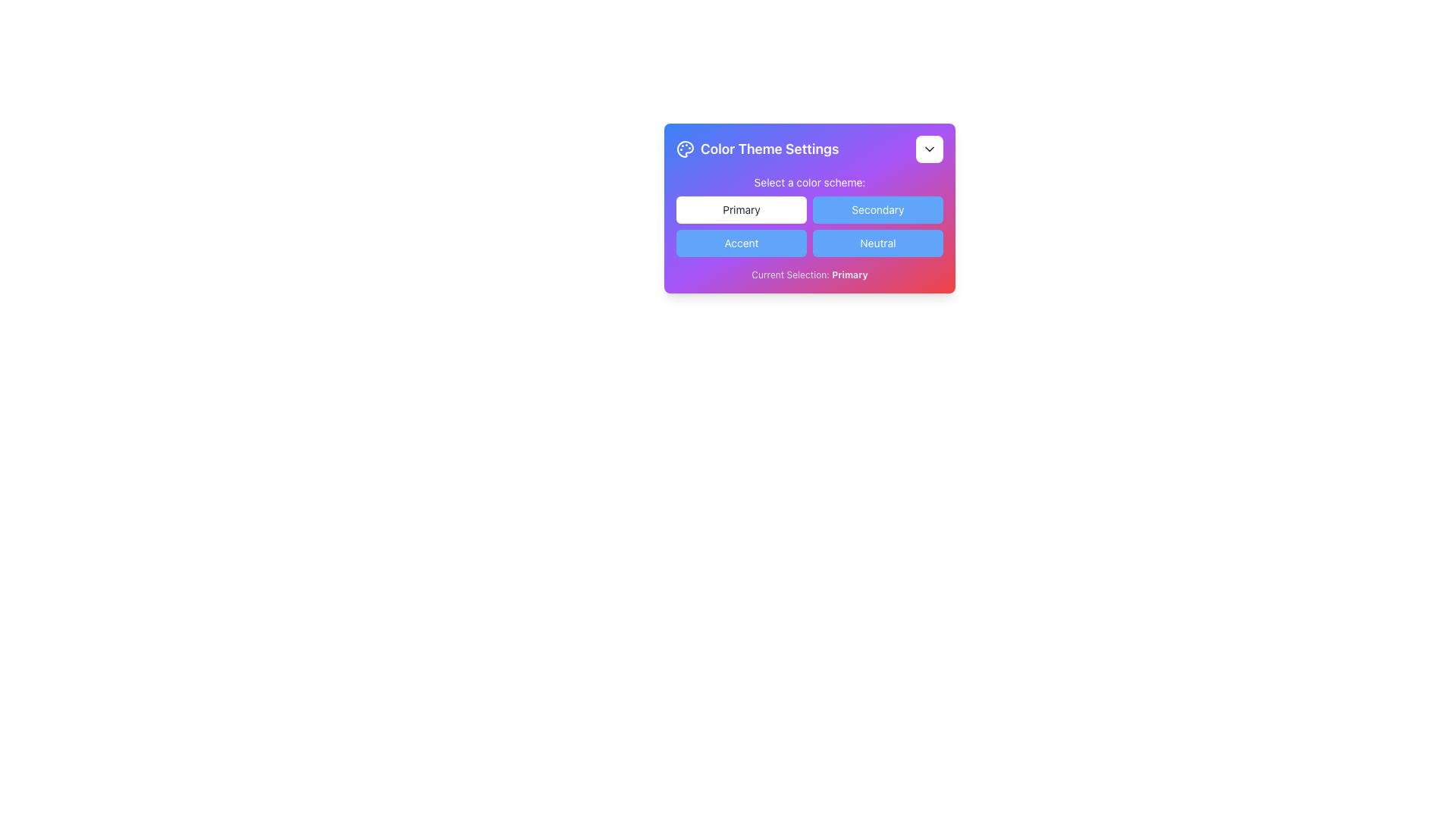 This screenshot has height=819, width=1456. I want to click on the 'Color Theme Settings' static text with icon, which is prominently displayed in bold, large font alongside a palette icon against a gradient blue-to-purple background in the header of the color theme configuration dialog, so click(758, 149).